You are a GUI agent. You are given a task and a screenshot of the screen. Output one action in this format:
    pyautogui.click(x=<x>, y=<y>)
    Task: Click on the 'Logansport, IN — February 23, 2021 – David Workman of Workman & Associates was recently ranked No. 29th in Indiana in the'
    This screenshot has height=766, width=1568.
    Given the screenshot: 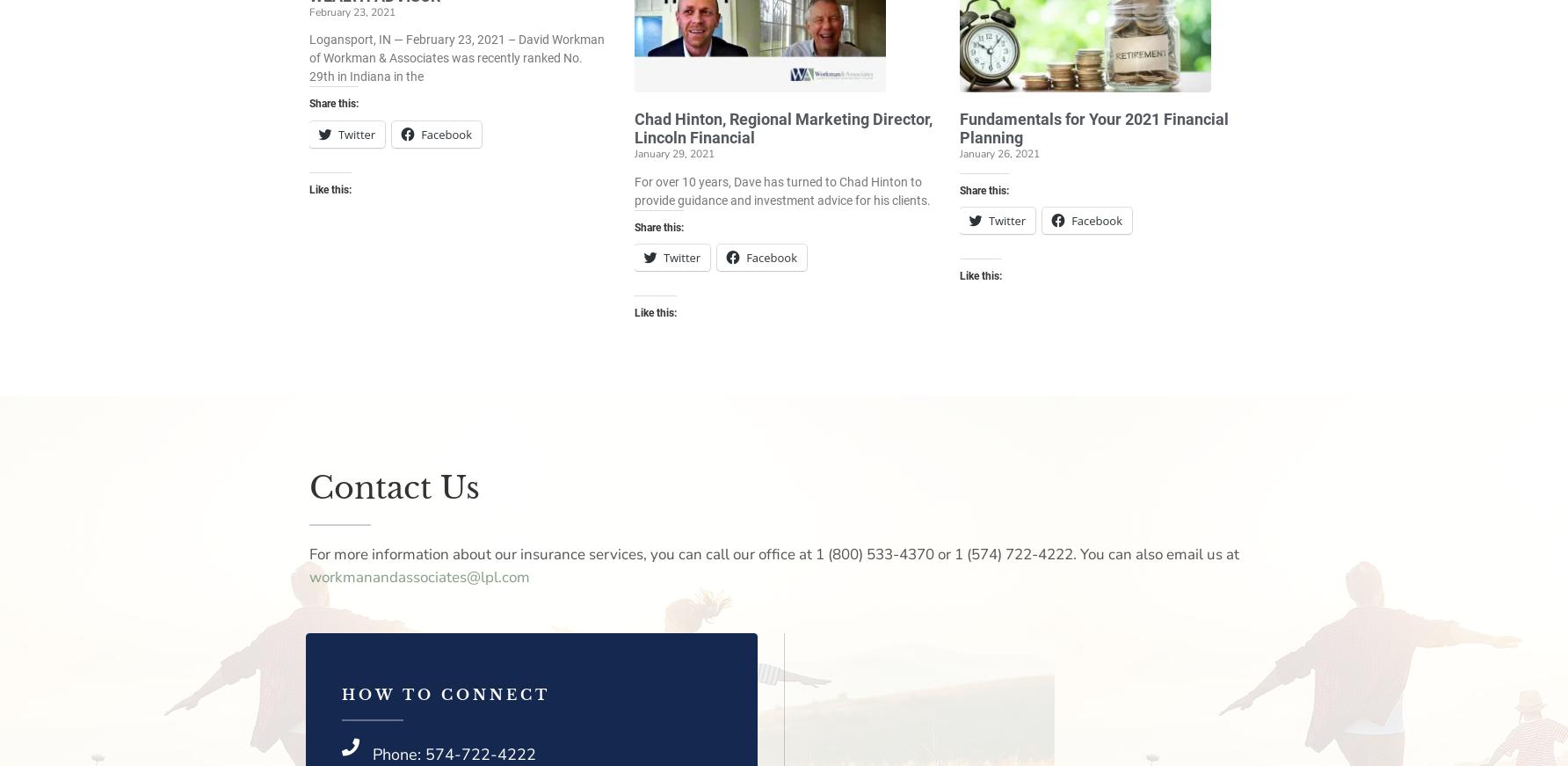 What is the action you would take?
    pyautogui.click(x=457, y=57)
    